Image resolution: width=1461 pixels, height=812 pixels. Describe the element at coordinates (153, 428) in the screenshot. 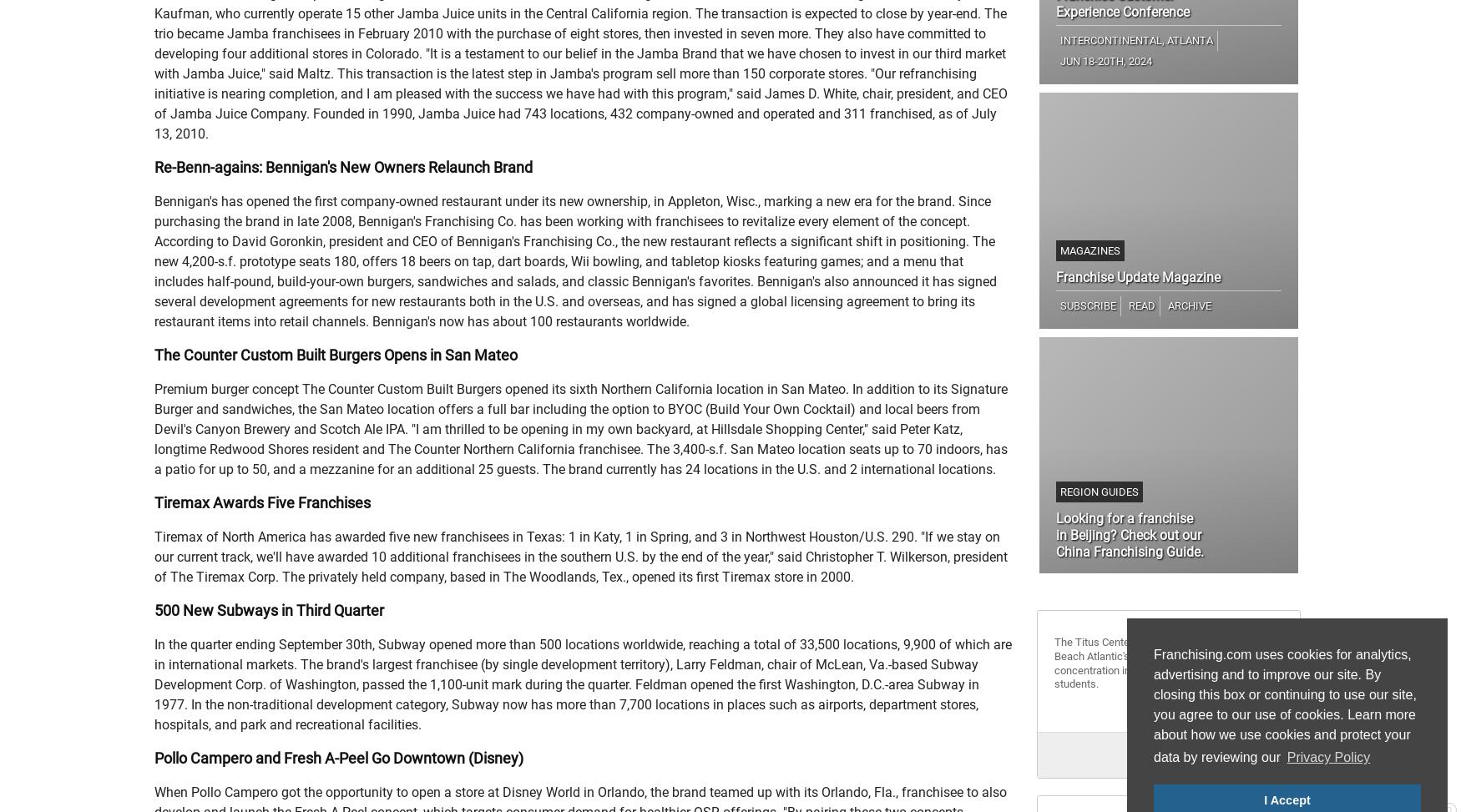

I see `'Premium burger concept The Counter Custom Built Burgers opened its sixth Northern California location in San Mateo. In addition to its Signature Burger and sandwiches, the San Mateo location offers a full bar including the option to BYOC (Build Your Own Cocktail) and local beers from Devil's Canyon Brewery and Scotch Ale IPA. "I am thrilled to be opening in my own backyard, at Hillsdale Shopping Center," said Peter Katz, longtime Redwood Shores resident and The Counter Northern California franchisee. The 3,400-s.f. San Mateo location seats up to 70 indoors, has a patio for up to 50, and a mezzanine for an additional 25 guests. The brand currently has 24 locations in the U.S. and 2 international locations.'` at that location.